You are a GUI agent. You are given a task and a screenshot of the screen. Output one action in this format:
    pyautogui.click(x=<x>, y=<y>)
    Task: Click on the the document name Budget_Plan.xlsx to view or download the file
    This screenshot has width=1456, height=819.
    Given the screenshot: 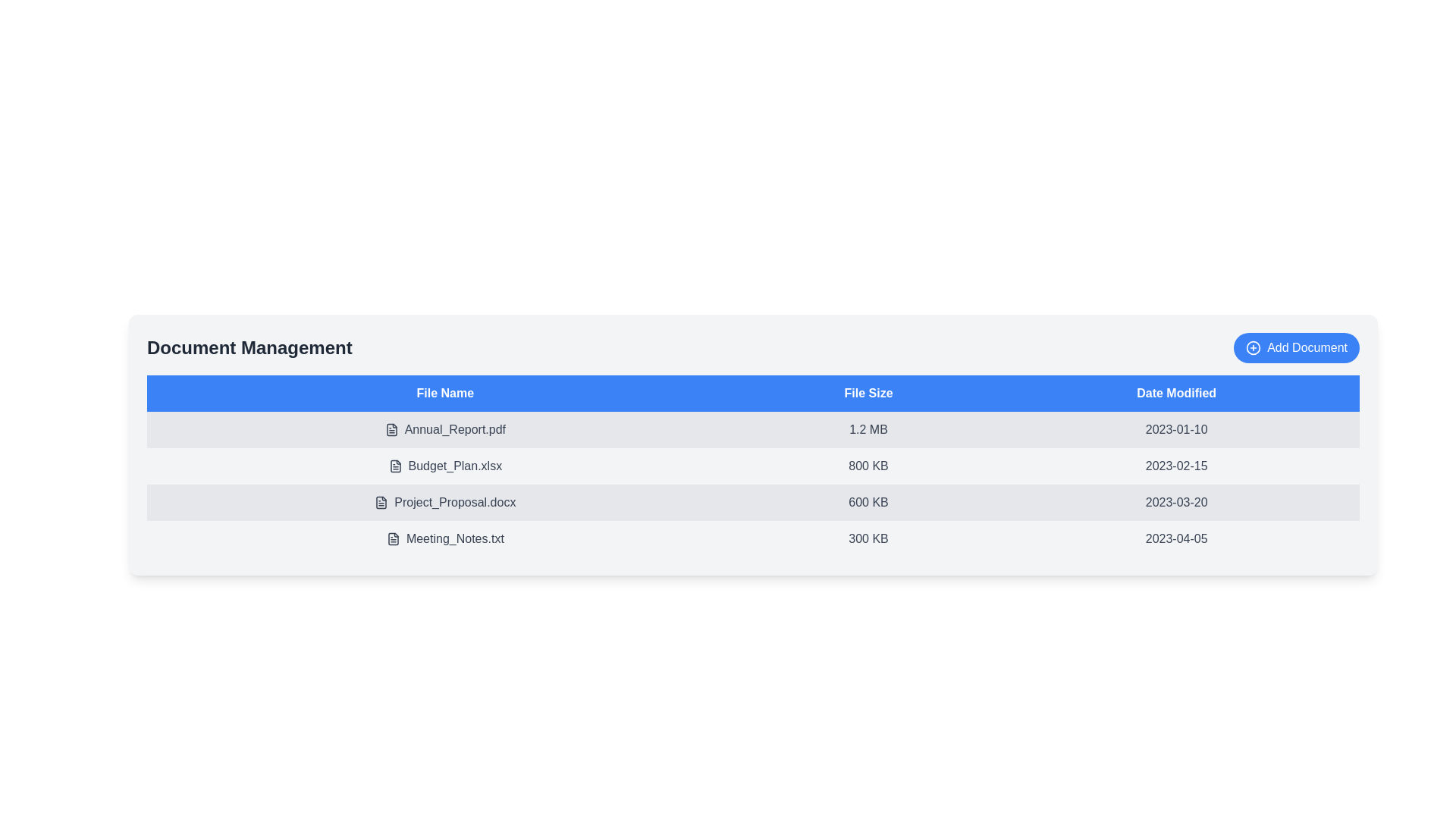 What is the action you would take?
    pyautogui.click(x=444, y=465)
    